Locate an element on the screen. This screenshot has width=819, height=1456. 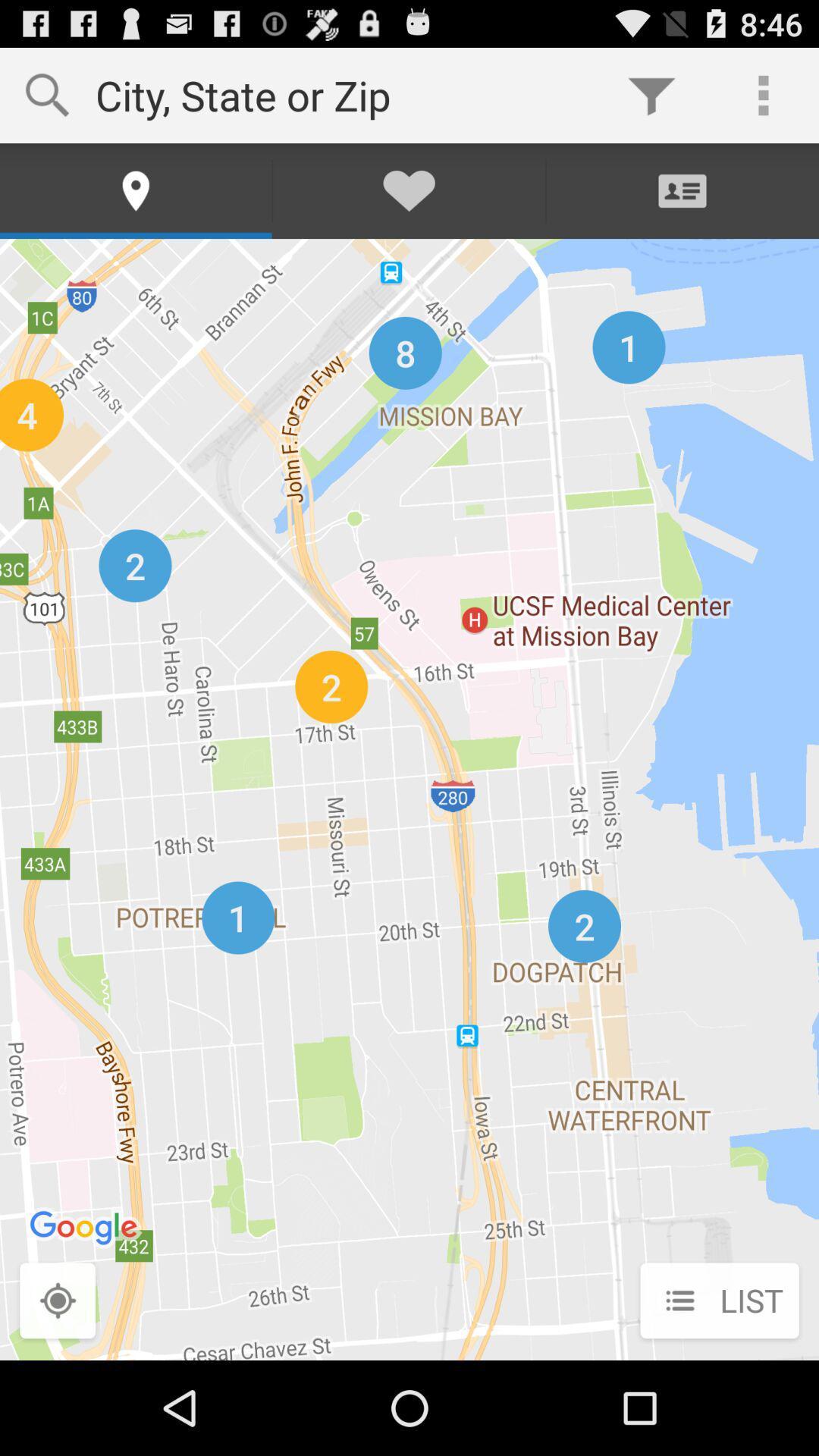
the item at the center is located at coordinates (409, 799).